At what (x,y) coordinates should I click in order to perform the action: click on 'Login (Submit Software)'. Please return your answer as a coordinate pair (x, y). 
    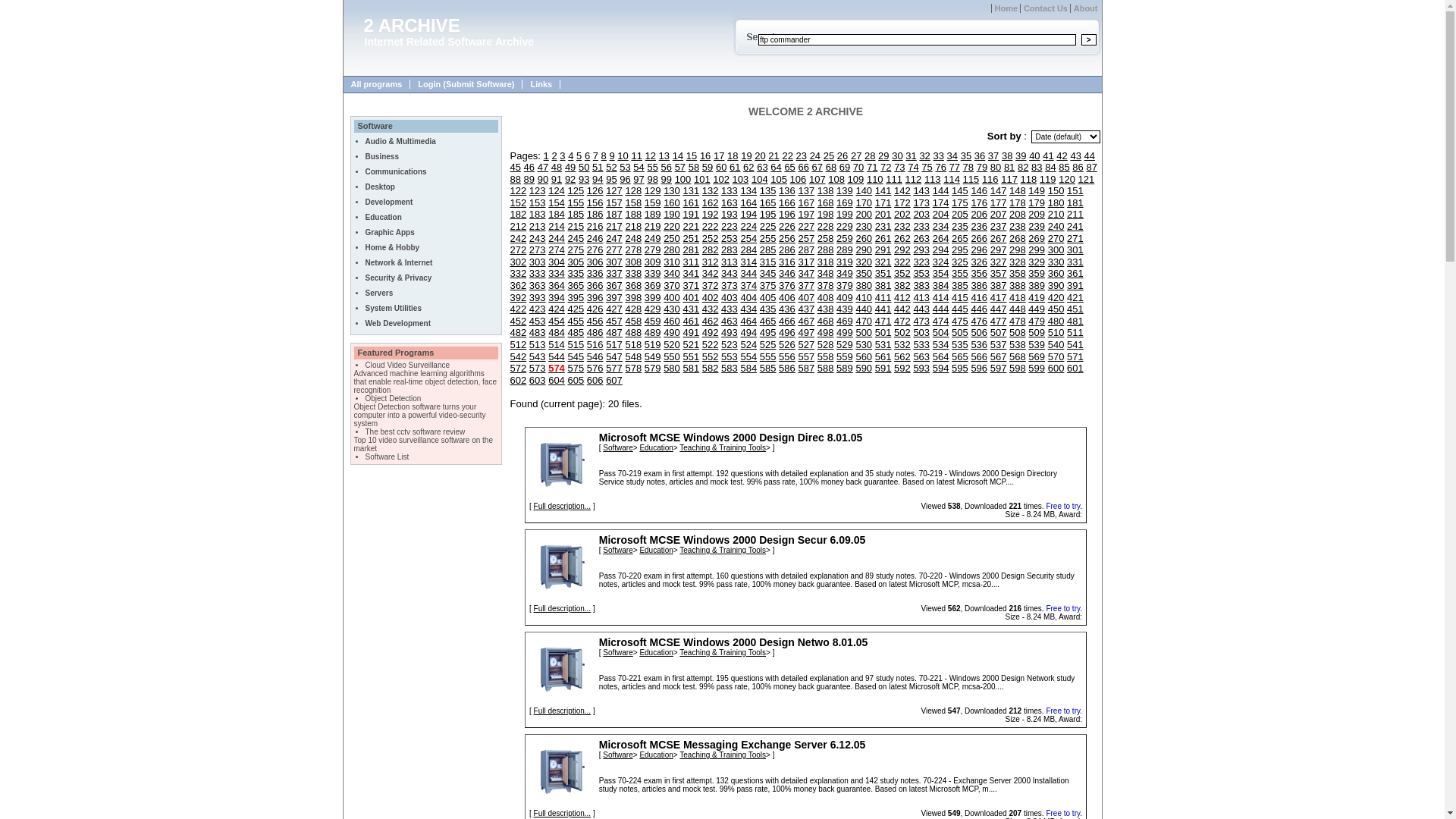
    Looking at the image, I should click on (410, 84).